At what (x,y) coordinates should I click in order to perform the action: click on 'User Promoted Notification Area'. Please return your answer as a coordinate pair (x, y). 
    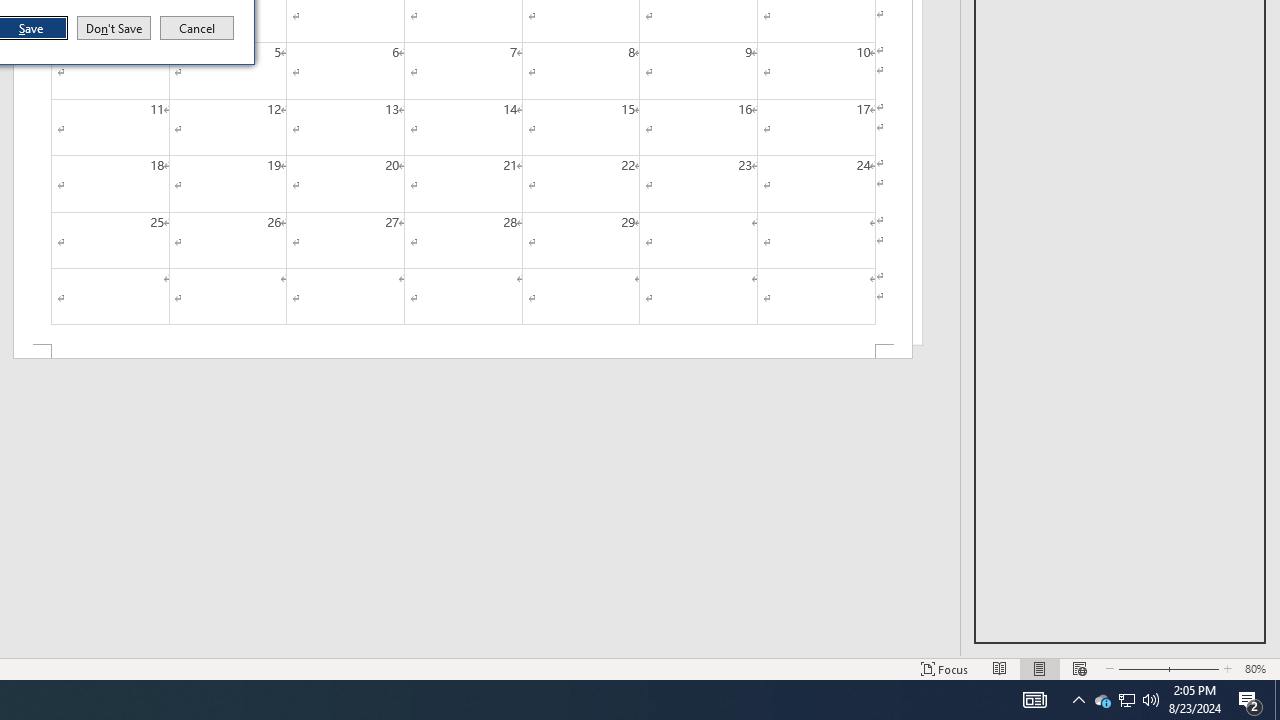
    Looking at the image, I should click on (1151, 698).